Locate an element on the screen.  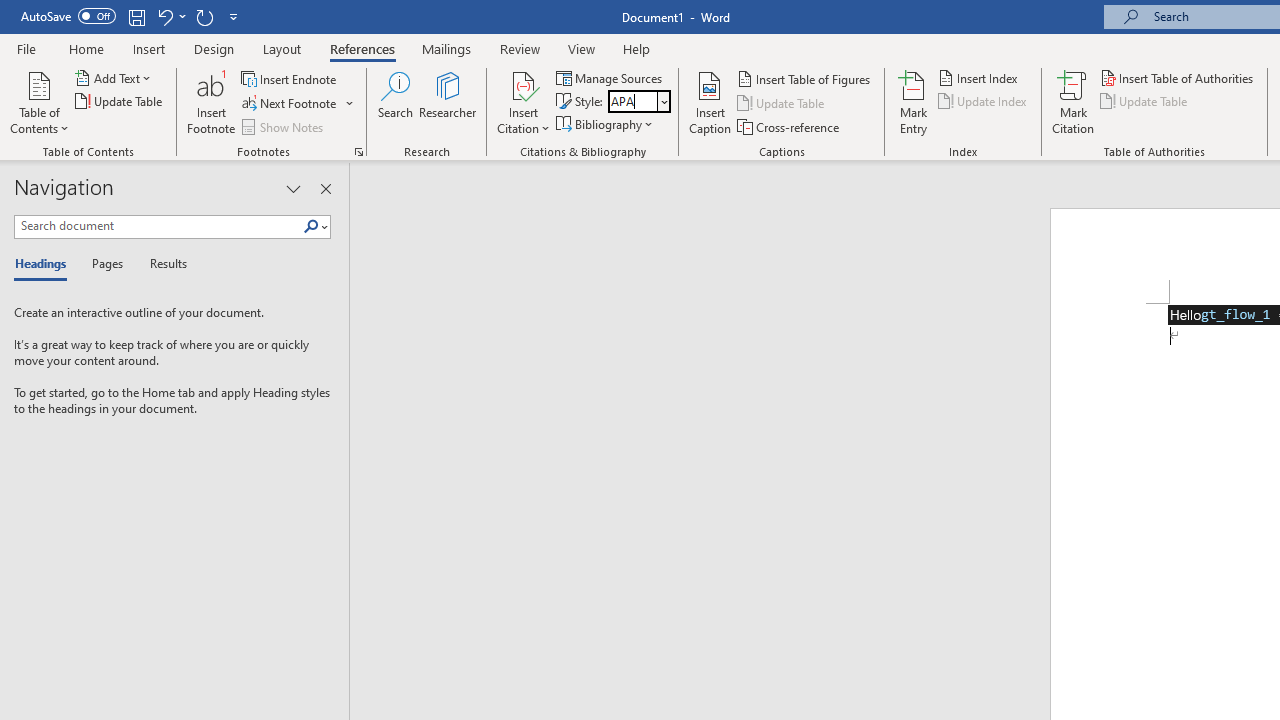
'Customize Quick Access Toolbar' is located at coordinates (234, 16).